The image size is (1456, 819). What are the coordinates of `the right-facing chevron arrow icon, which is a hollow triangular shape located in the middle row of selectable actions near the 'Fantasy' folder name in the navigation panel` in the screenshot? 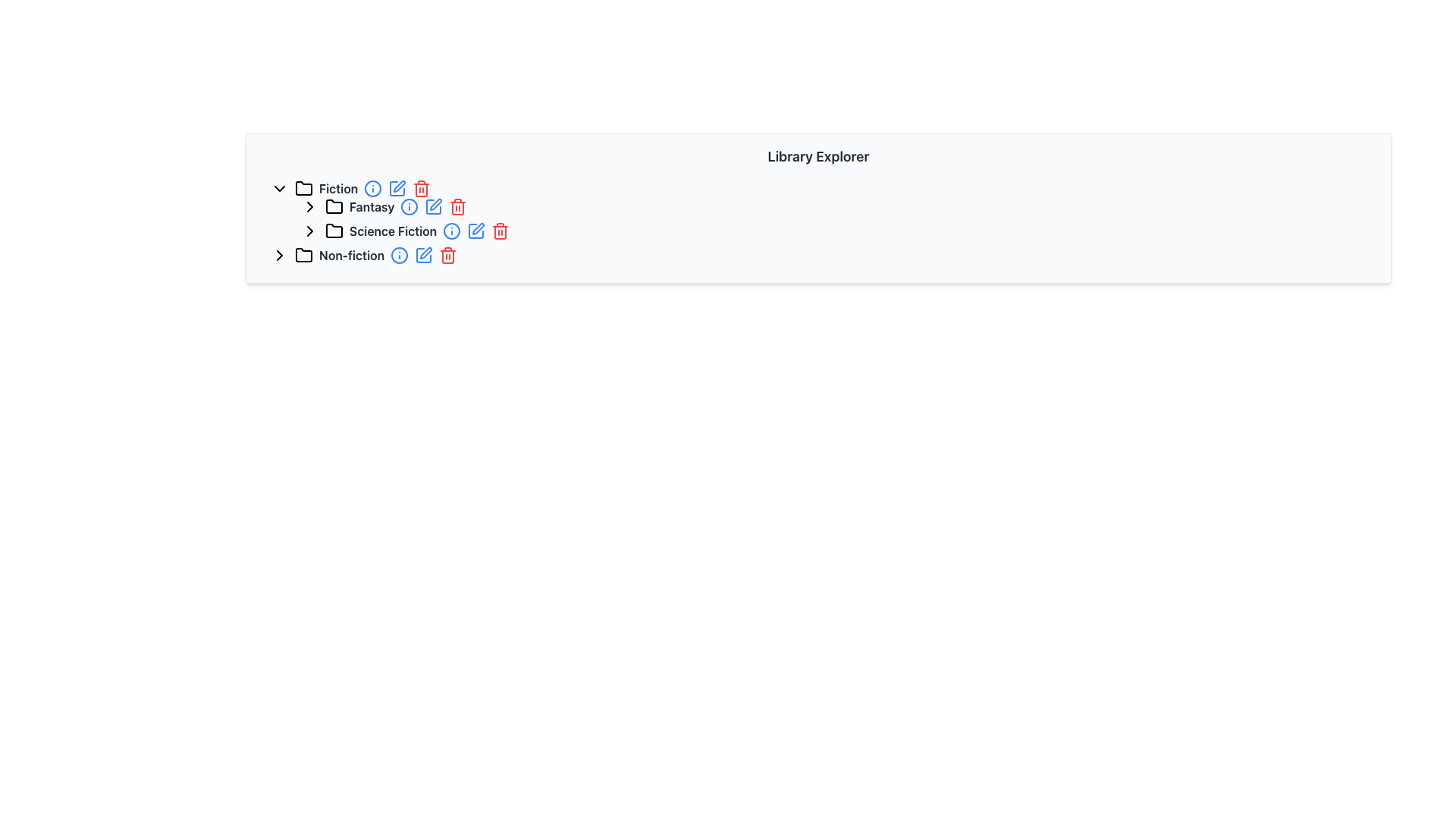 It's located at (309, 207).